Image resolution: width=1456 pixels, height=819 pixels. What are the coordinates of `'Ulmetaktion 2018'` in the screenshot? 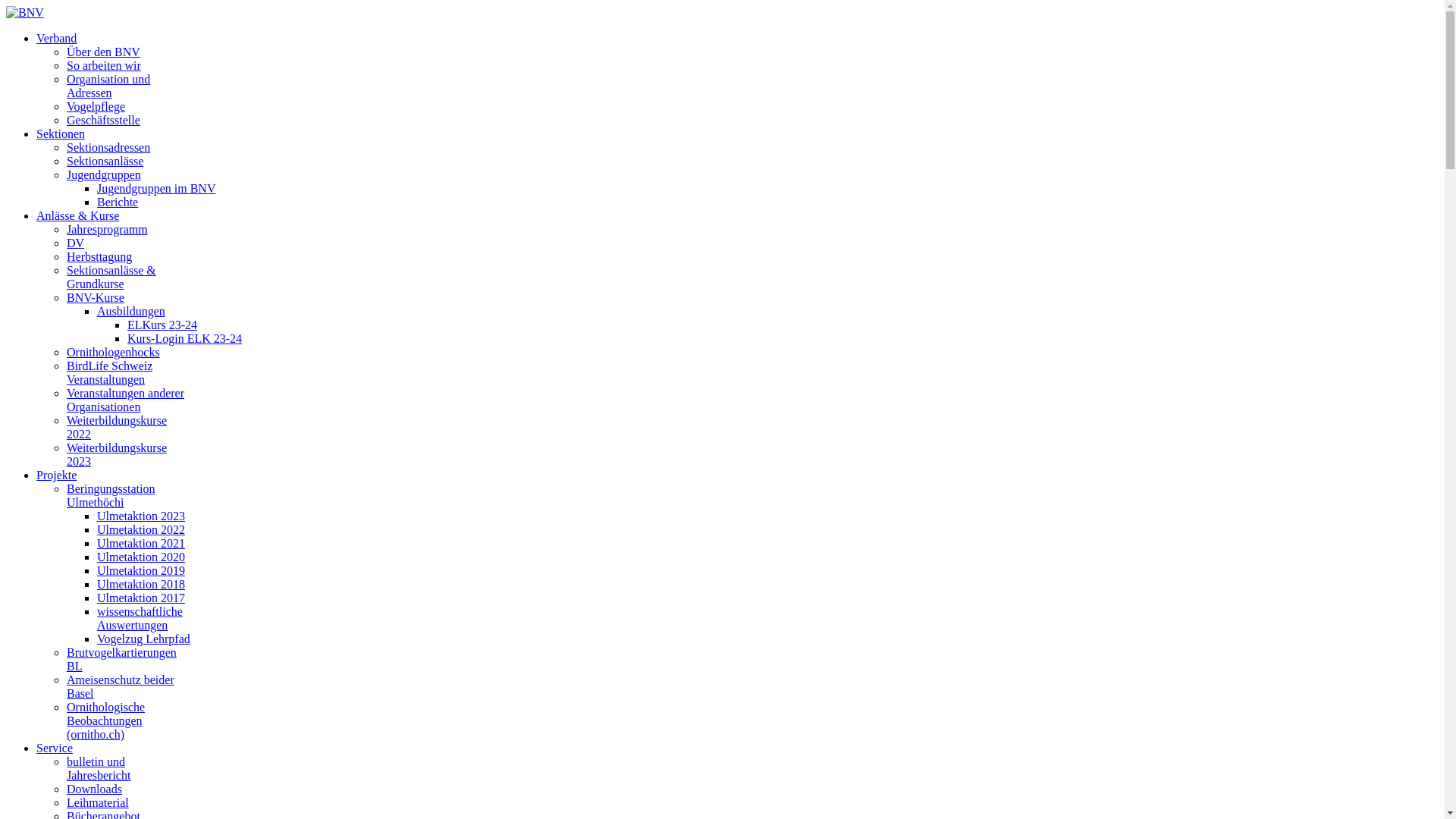 It's located at (141, 583).